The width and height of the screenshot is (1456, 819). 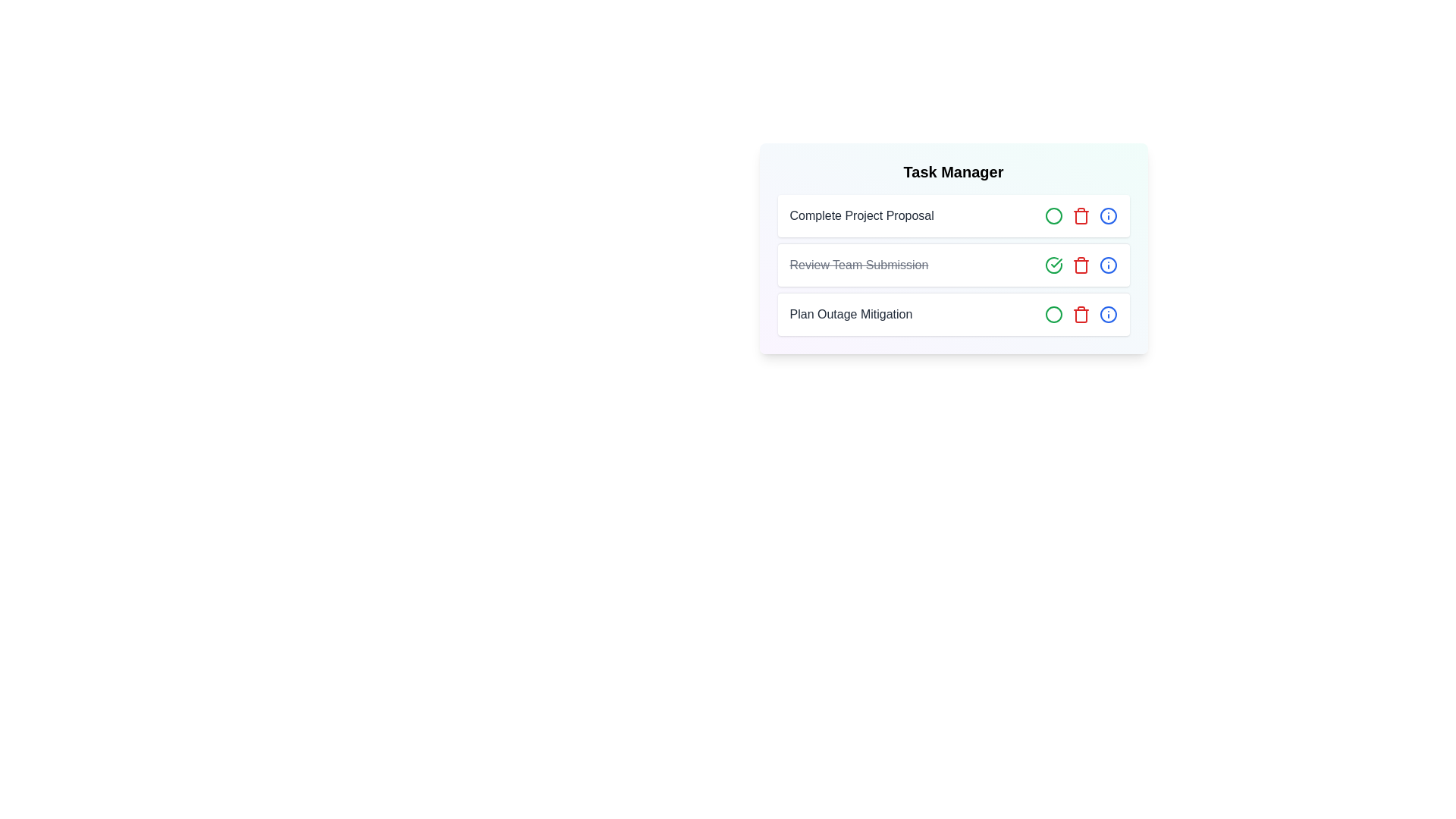 What do you see at coordinates (1108, 314) in the screenshot?
I see `'Info' button for the task titled 'Plan Outage Mitigation'` at bounding box center [1108, 314].